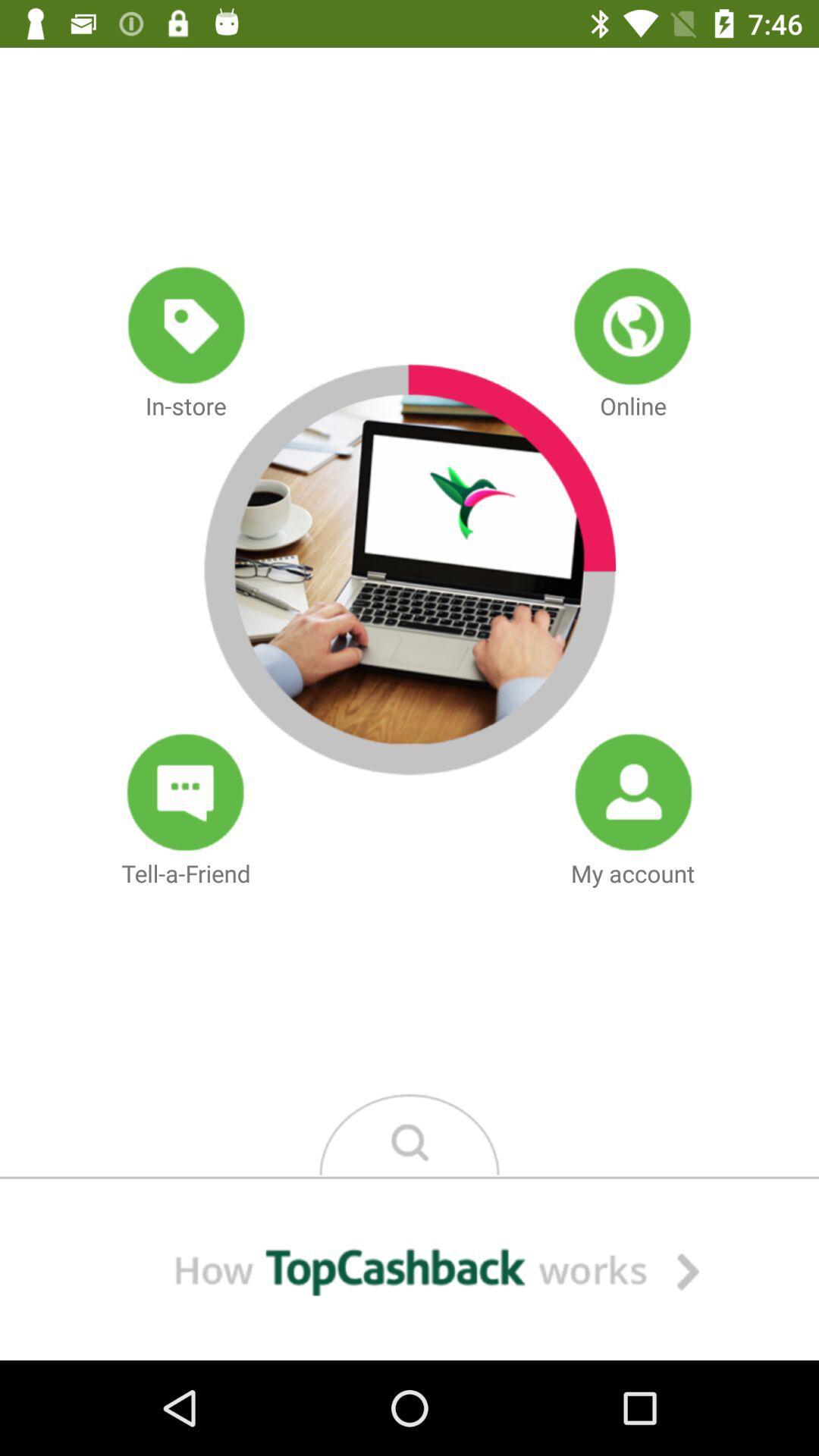 This screenshot has height=1456, width=819. What do you see at coordinates (632, 792) in the screenshot?
I see `the avatar icon` at bounding box center [632, 792].